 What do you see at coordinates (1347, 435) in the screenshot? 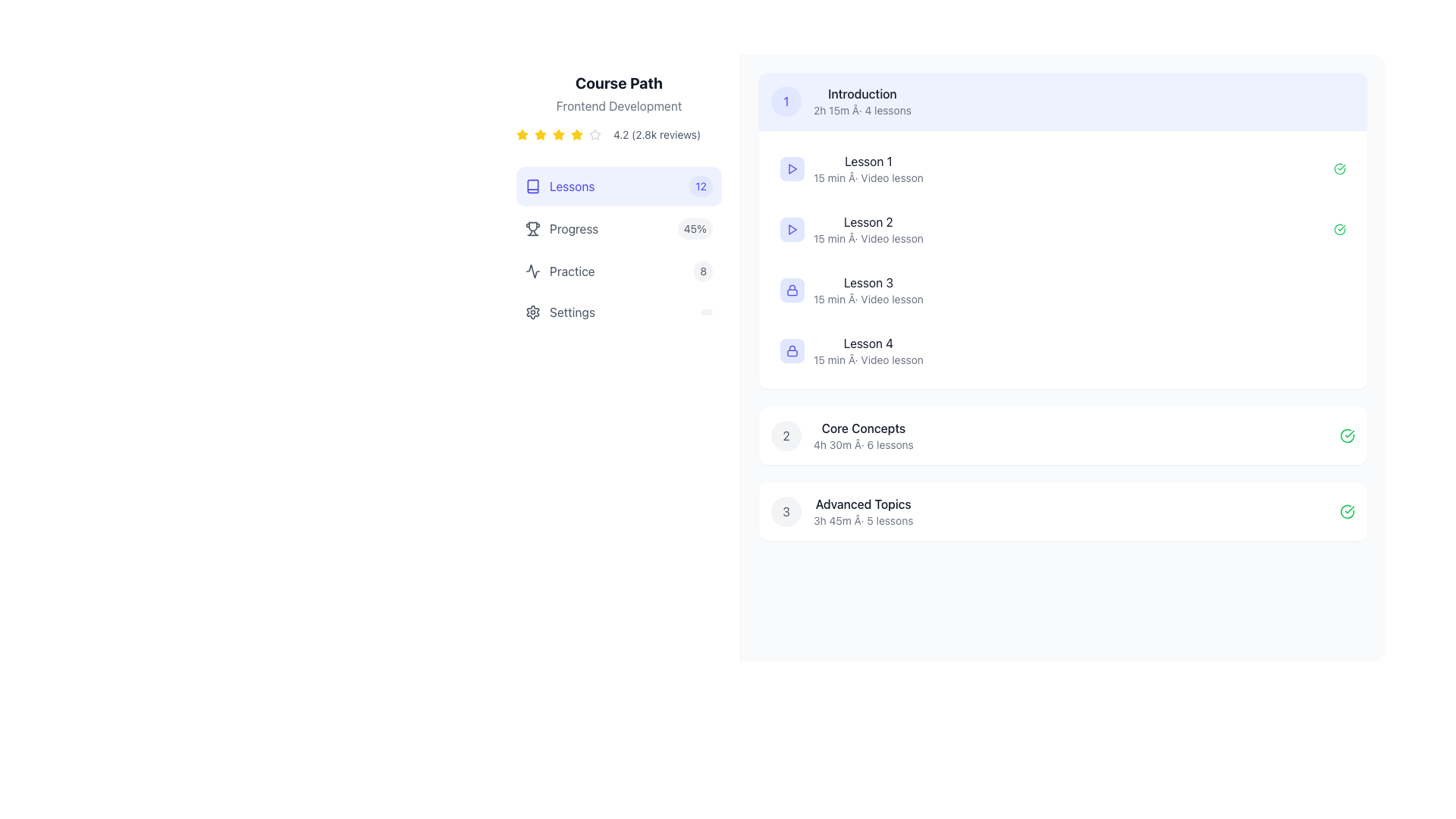
I see `the checkmark icon located on the far right of the 'Core Concepts' item in the main content section, indicating completion or verification` at bounding box center [1347, 435].